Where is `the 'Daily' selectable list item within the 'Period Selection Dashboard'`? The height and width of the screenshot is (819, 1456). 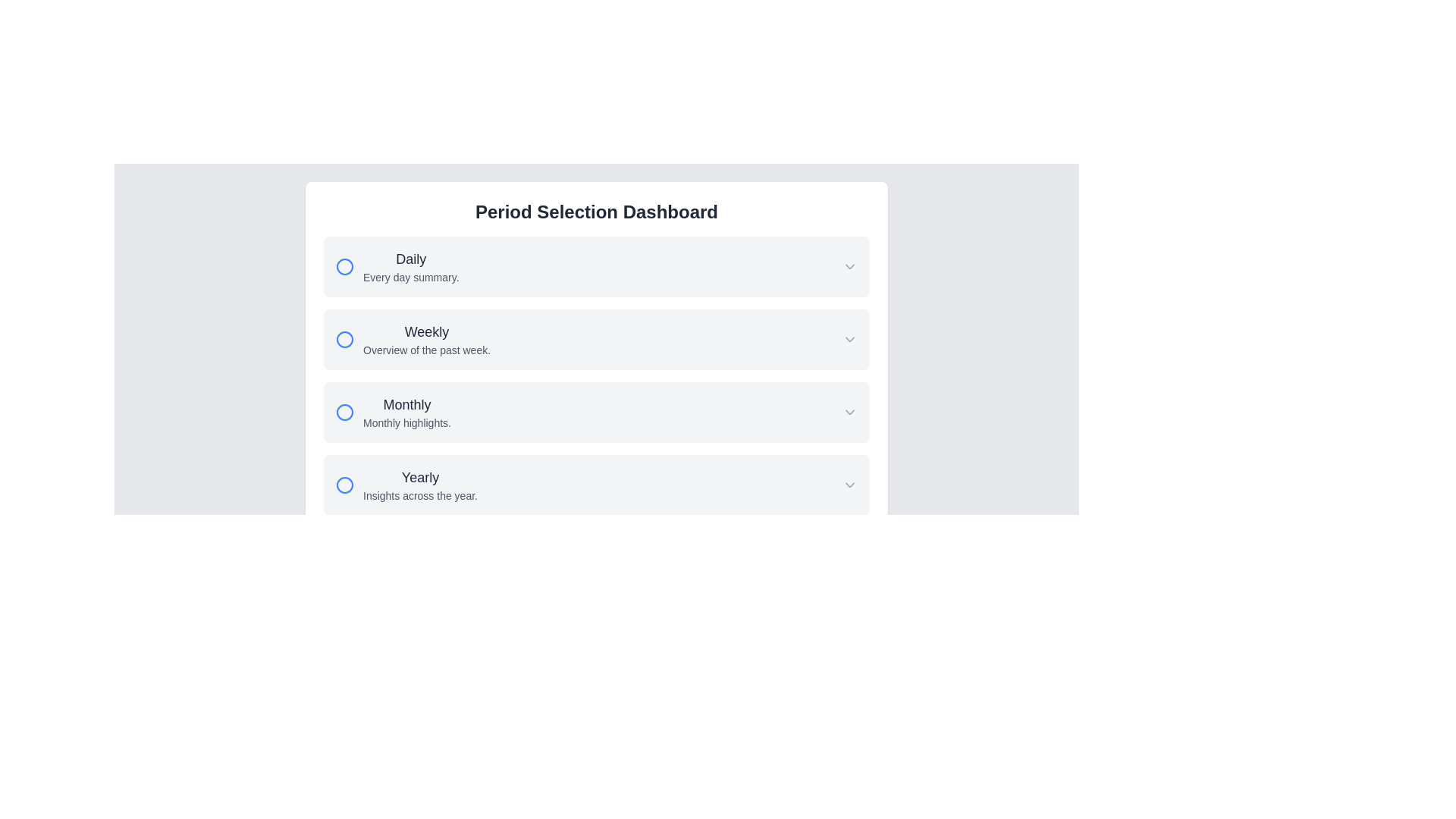 the 'Daily' selectable list item within the 'Period Selection Dashboard' is located at coordinates (596, 265).